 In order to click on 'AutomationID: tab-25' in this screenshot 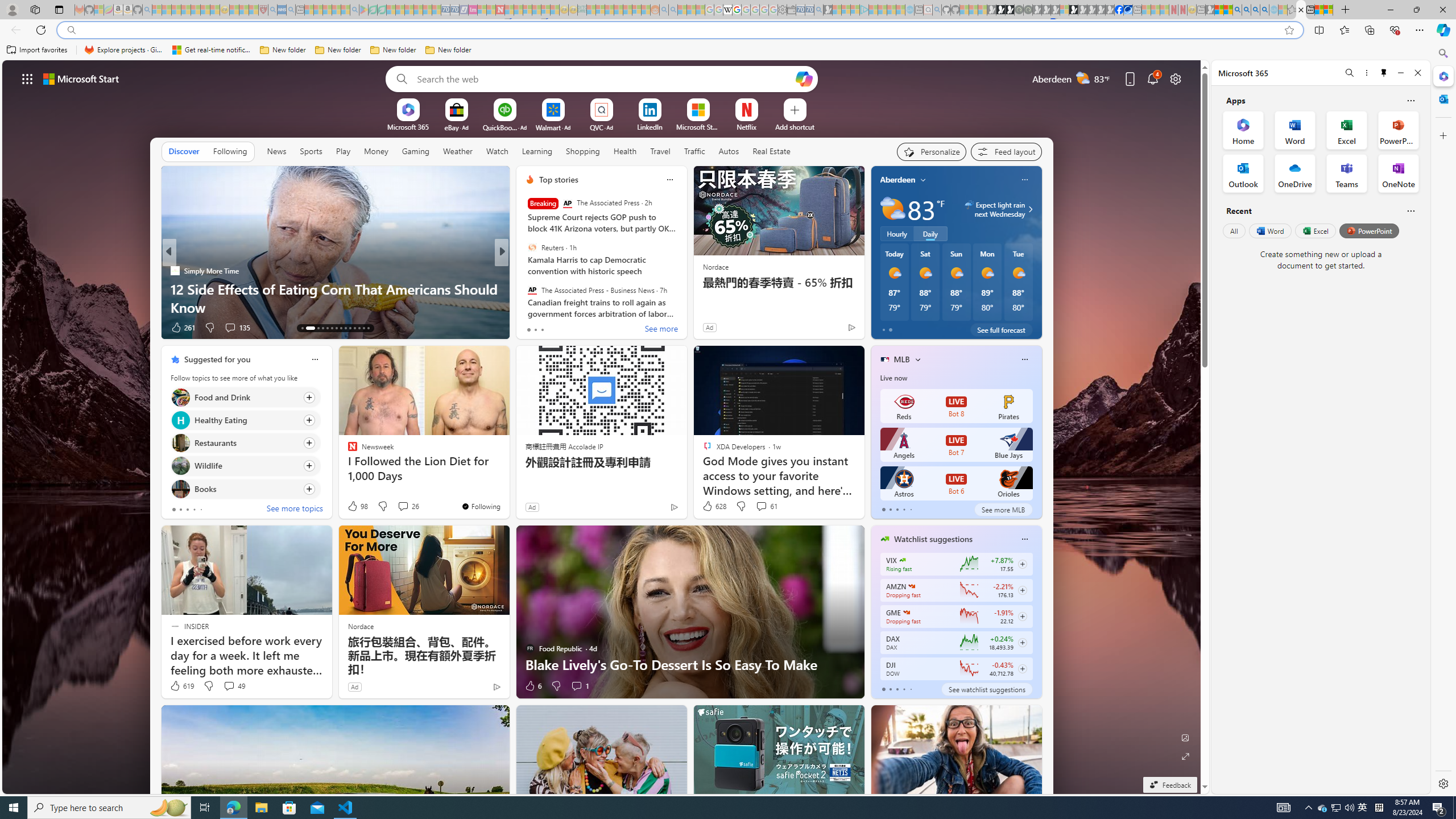, I will do `click(364, 328)`.